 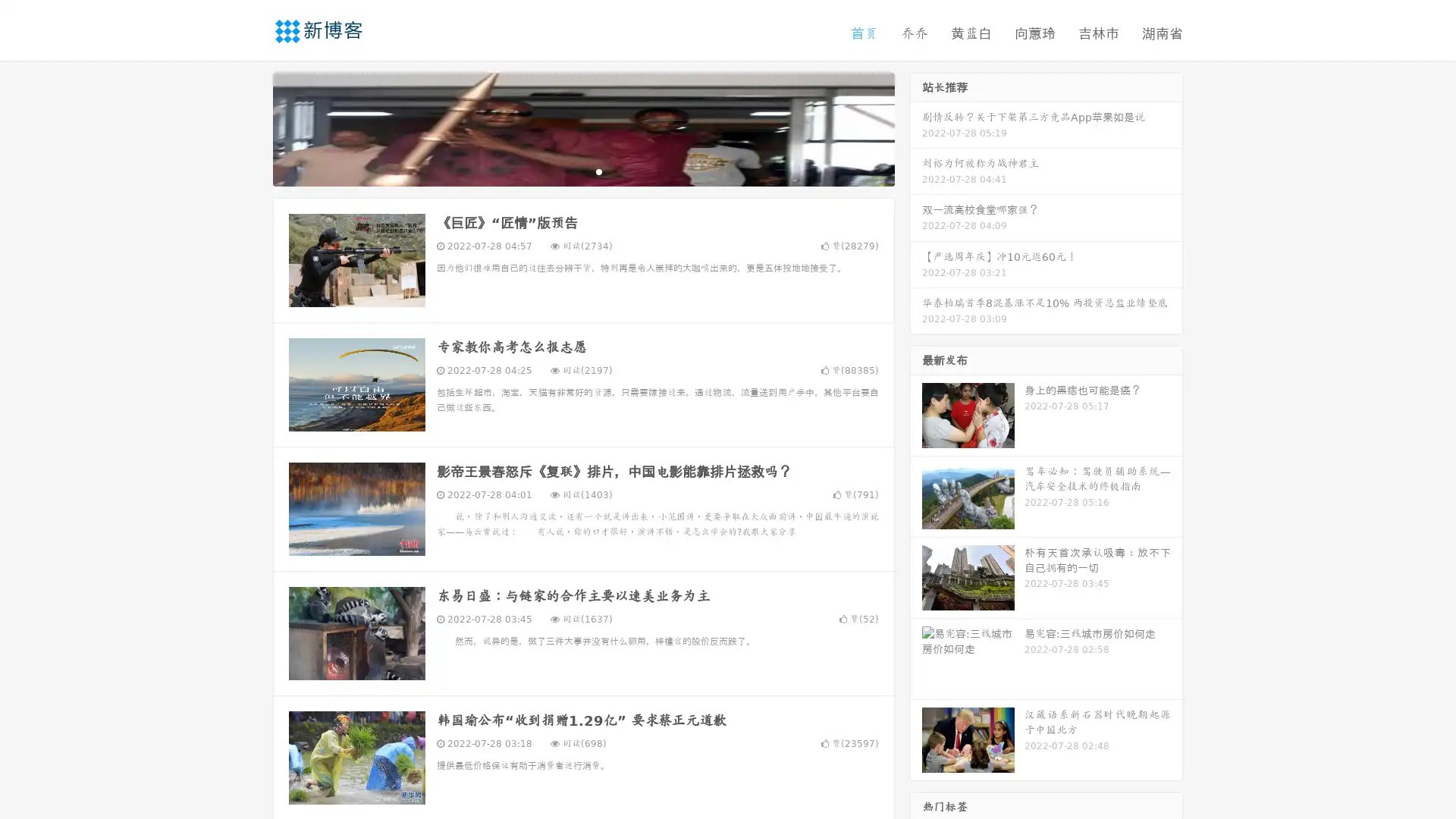 I want to click on Next slide, so click(x=916, y=127).